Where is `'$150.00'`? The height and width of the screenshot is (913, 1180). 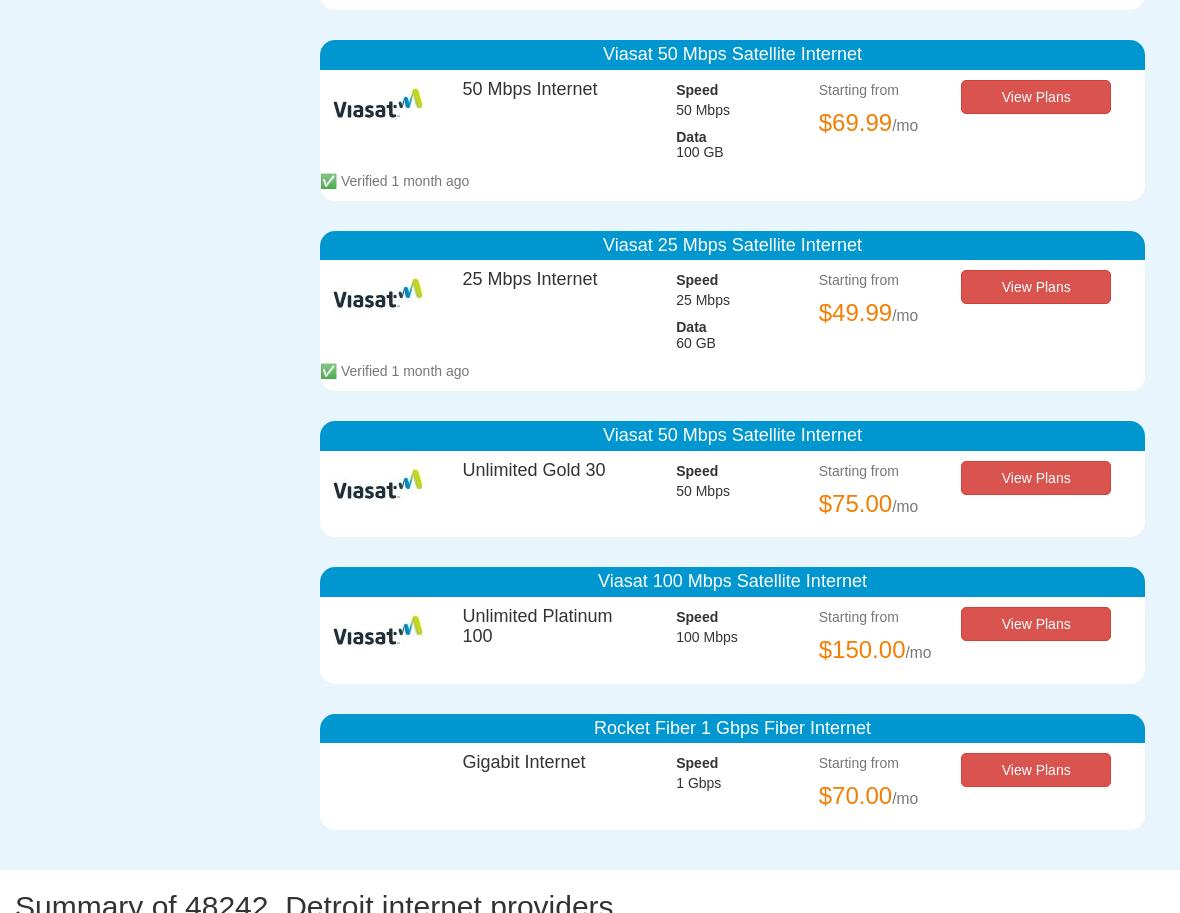 '$150.00' is located at coordinates (861, 648).